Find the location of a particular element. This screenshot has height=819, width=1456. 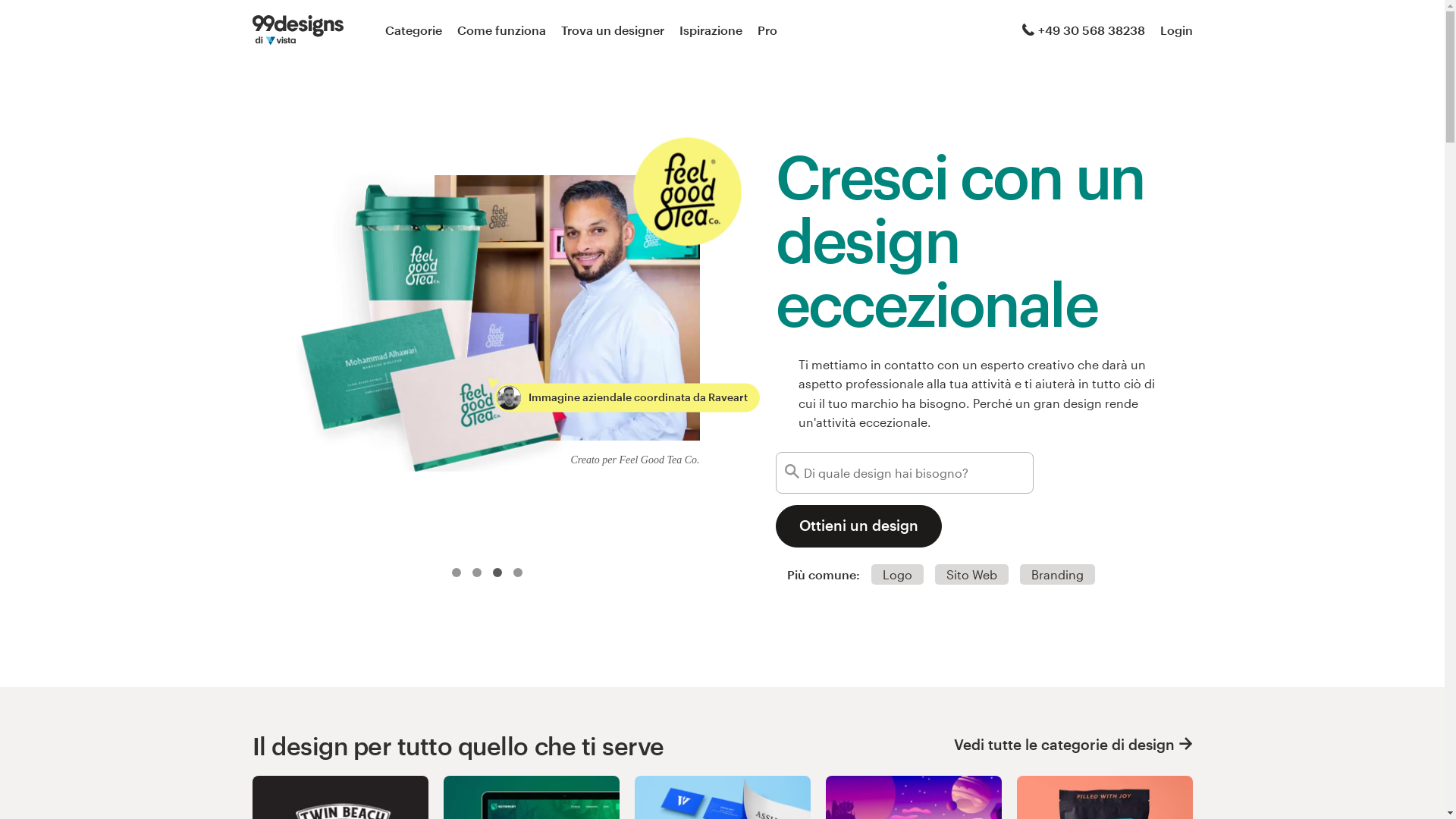

'Branding' is located at coordinates (1019, 575).